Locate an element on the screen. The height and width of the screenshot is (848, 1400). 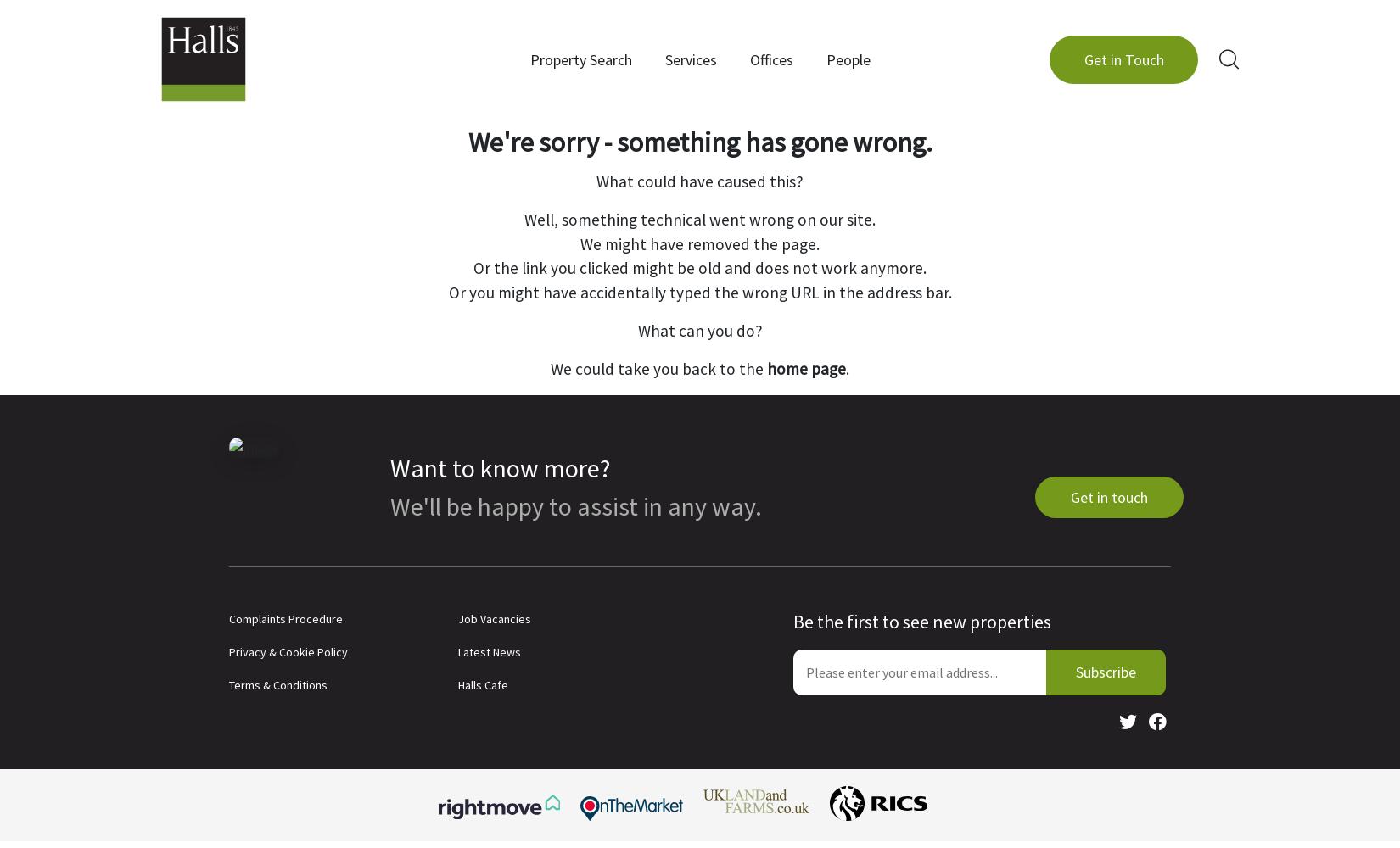
'Or you might have accidentally typed the wrong URL in the address bar.' is located at coordinates (698, 292).